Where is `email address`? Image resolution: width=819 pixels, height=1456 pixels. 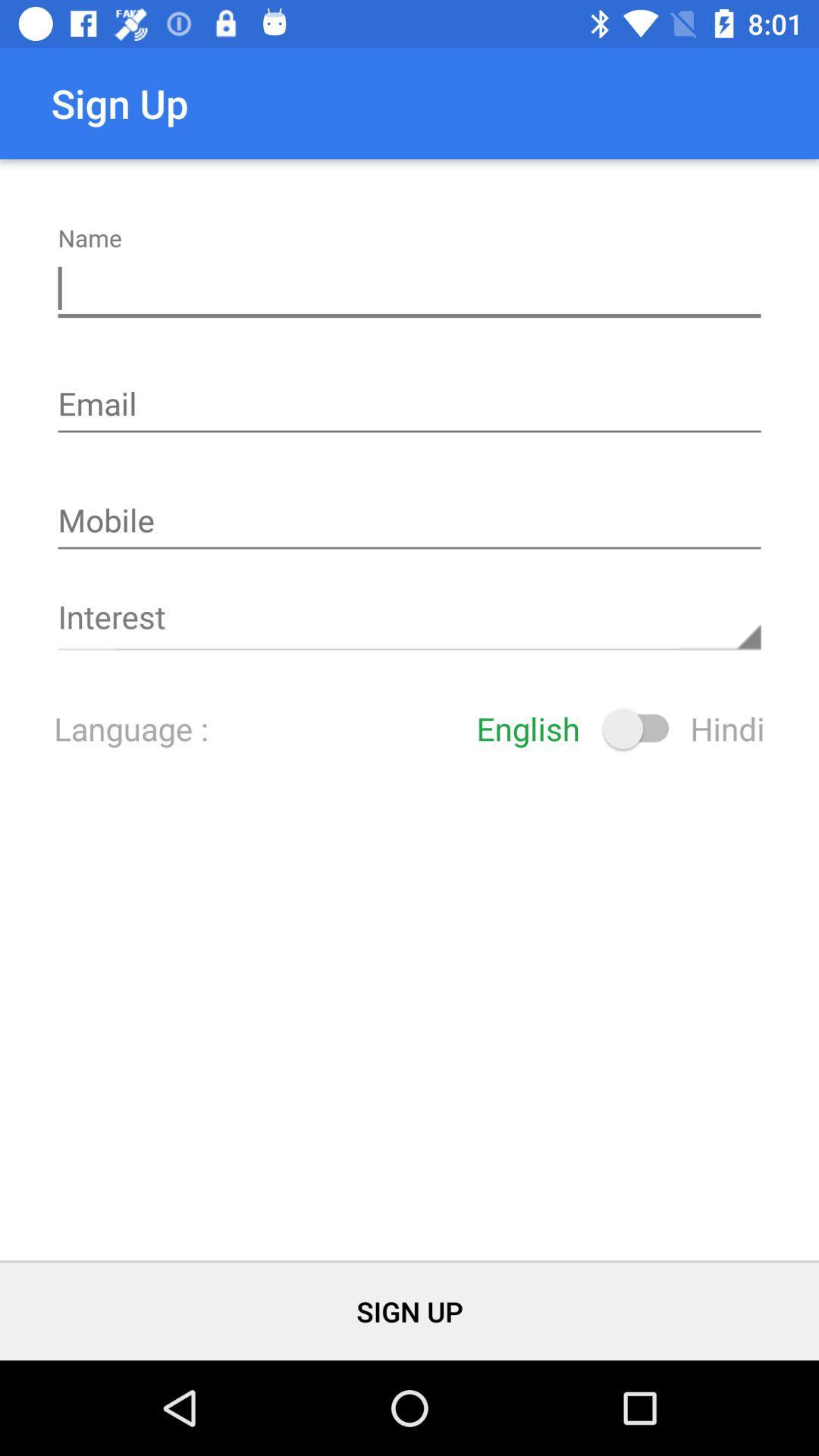 email address is located at coordinates (409, 406).